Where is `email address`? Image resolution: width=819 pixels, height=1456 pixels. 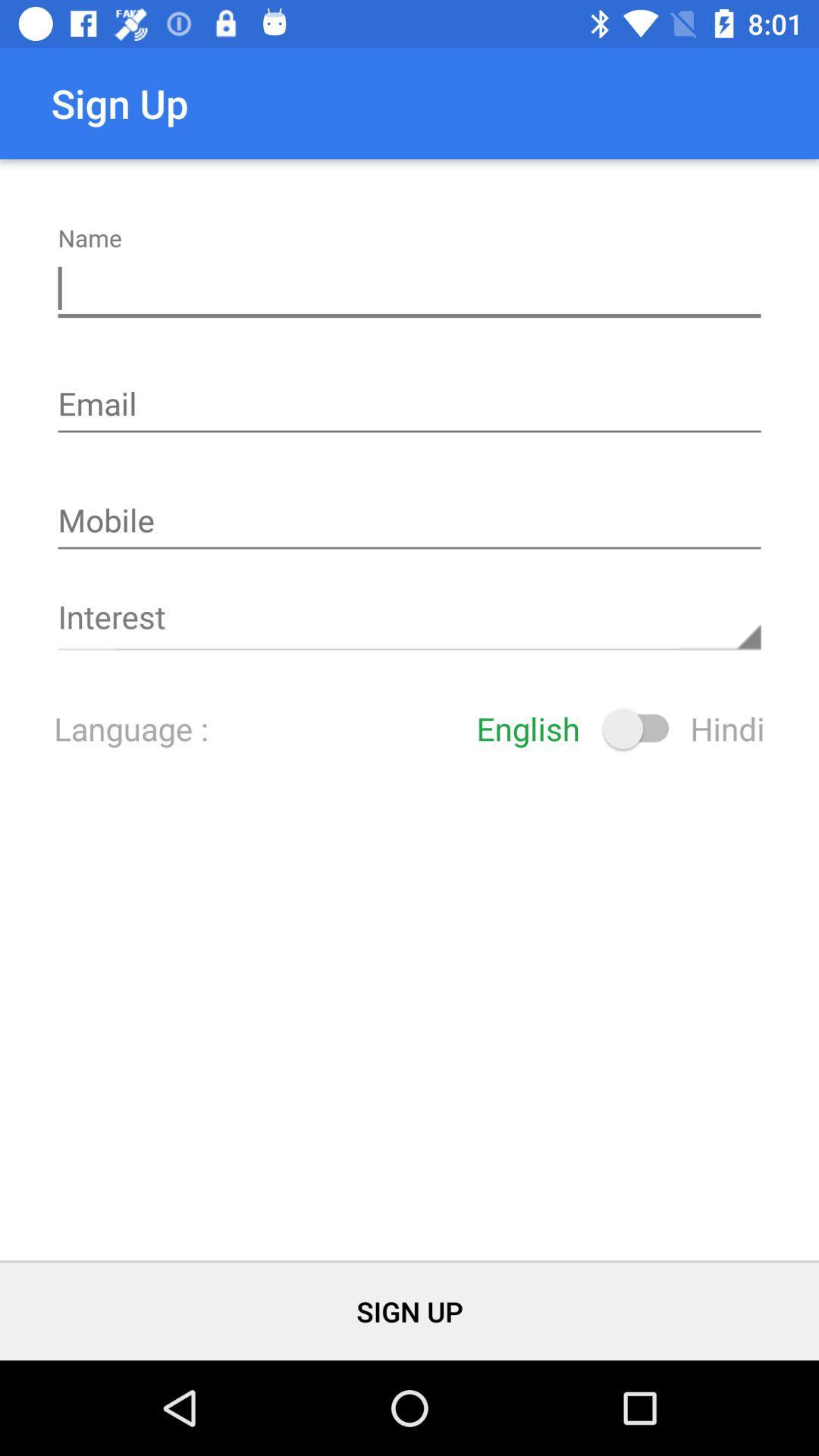 email address is located at coordinates (409, 406).